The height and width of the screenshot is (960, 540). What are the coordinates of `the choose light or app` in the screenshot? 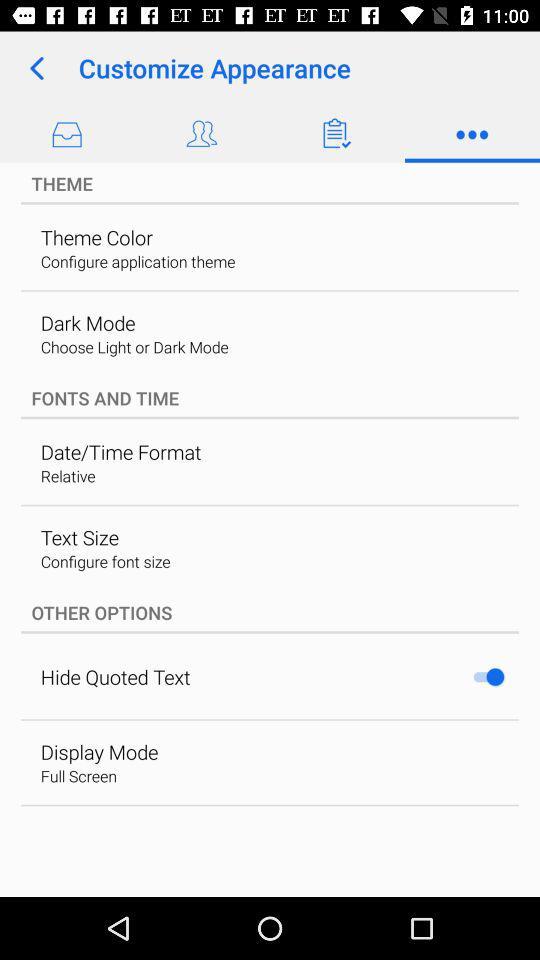 It's located at (134, 347).